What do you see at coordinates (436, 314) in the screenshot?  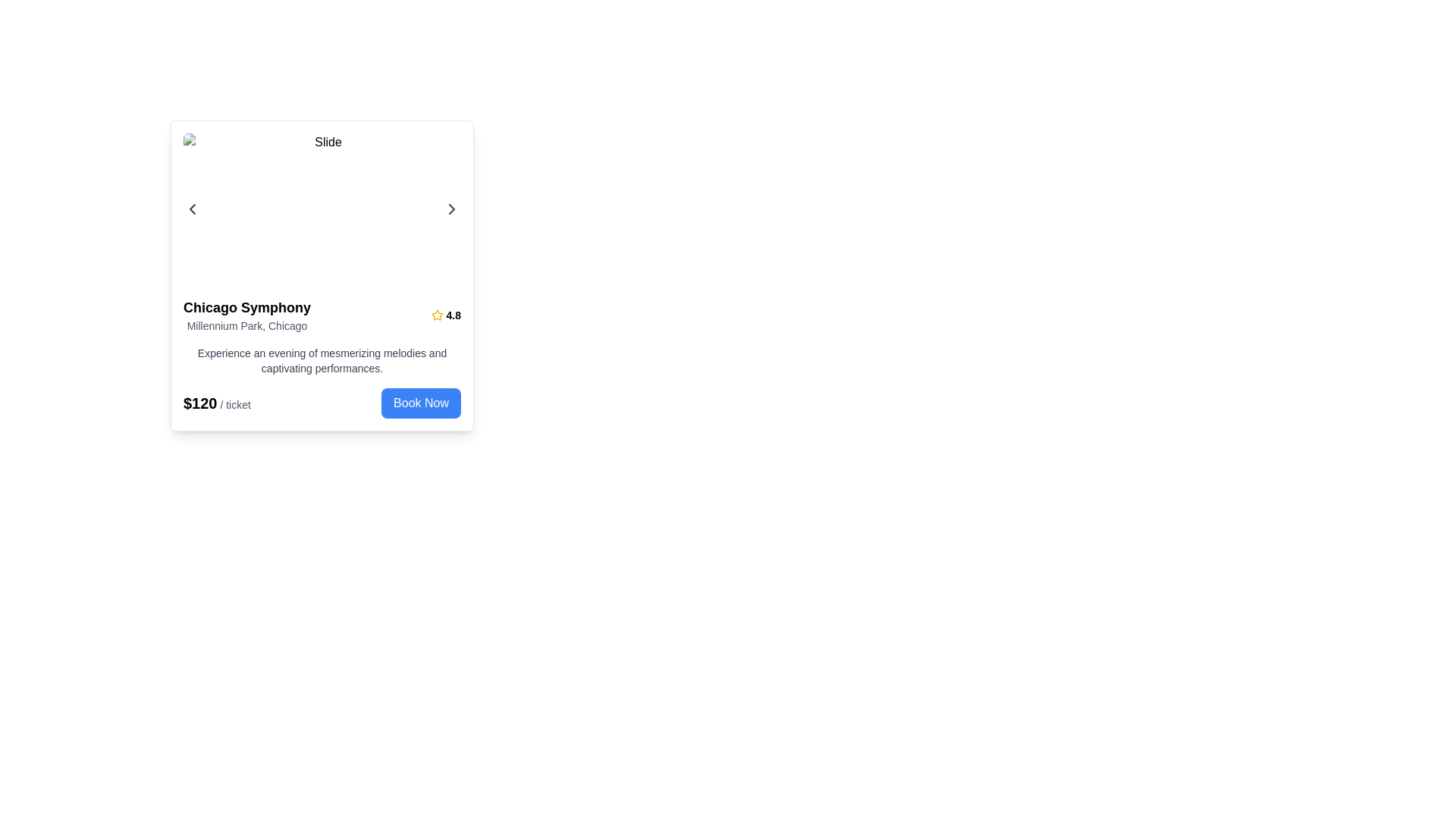 I see `the star icon with a yellow fill and black outline located to the right of the numeric rating text, which represents a user rating` at bounding box center [436, 314].